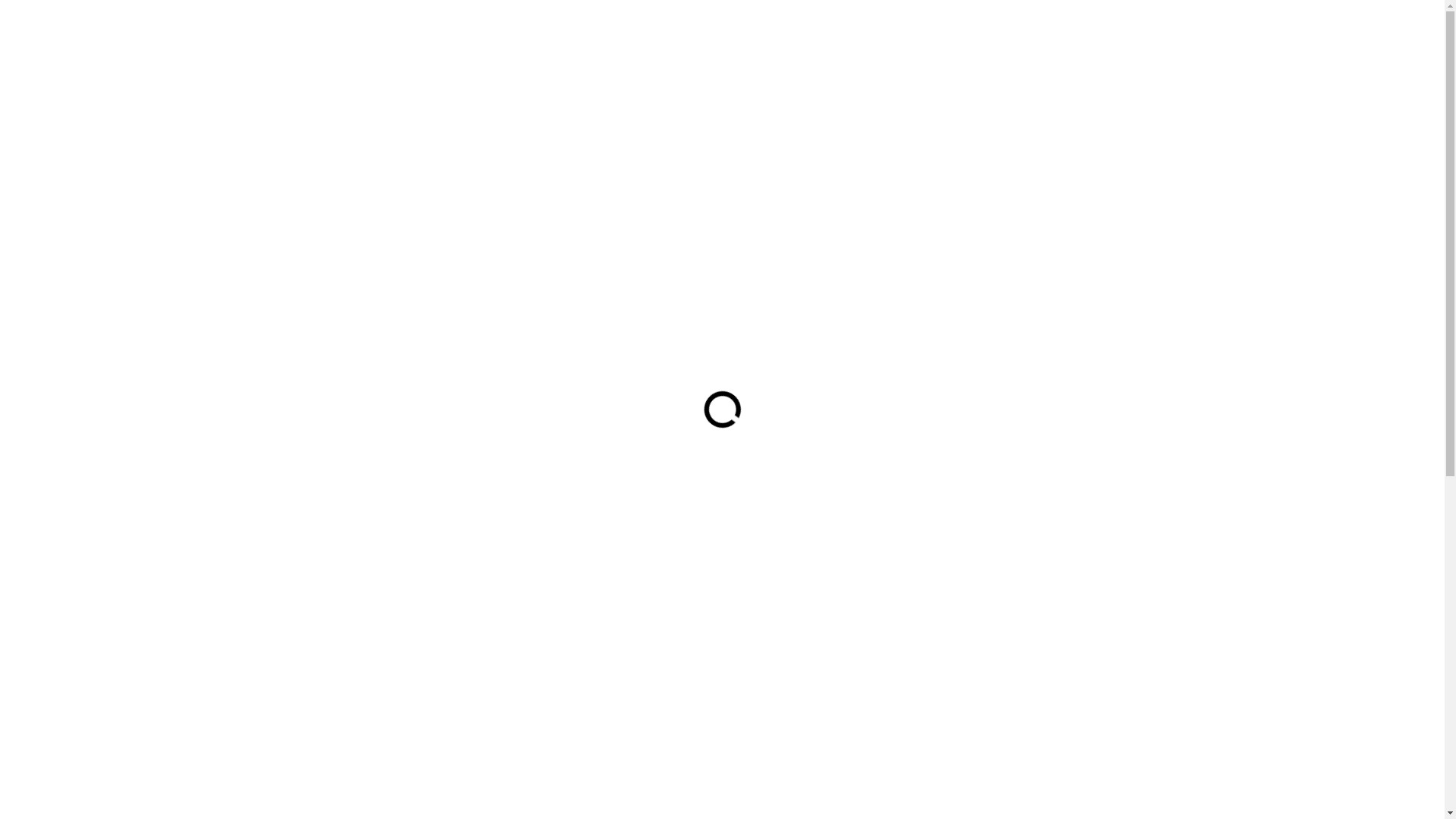  I want to click on 'ENROLMENT', so click(874, 55).